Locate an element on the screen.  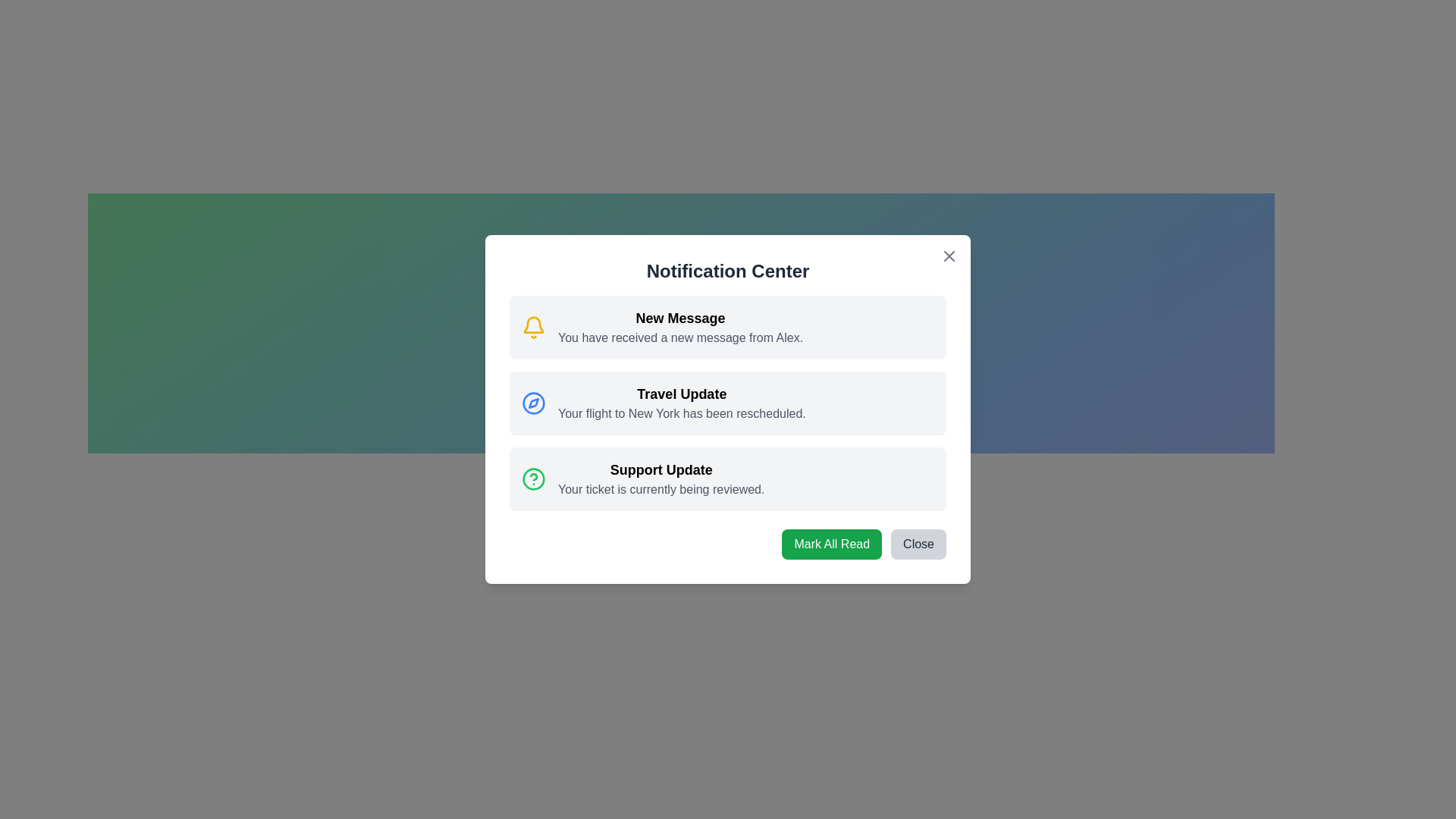
the 'Mark All as Read' button located at the bottom-right corner of the notification panel is located at coordinates (831, 543).